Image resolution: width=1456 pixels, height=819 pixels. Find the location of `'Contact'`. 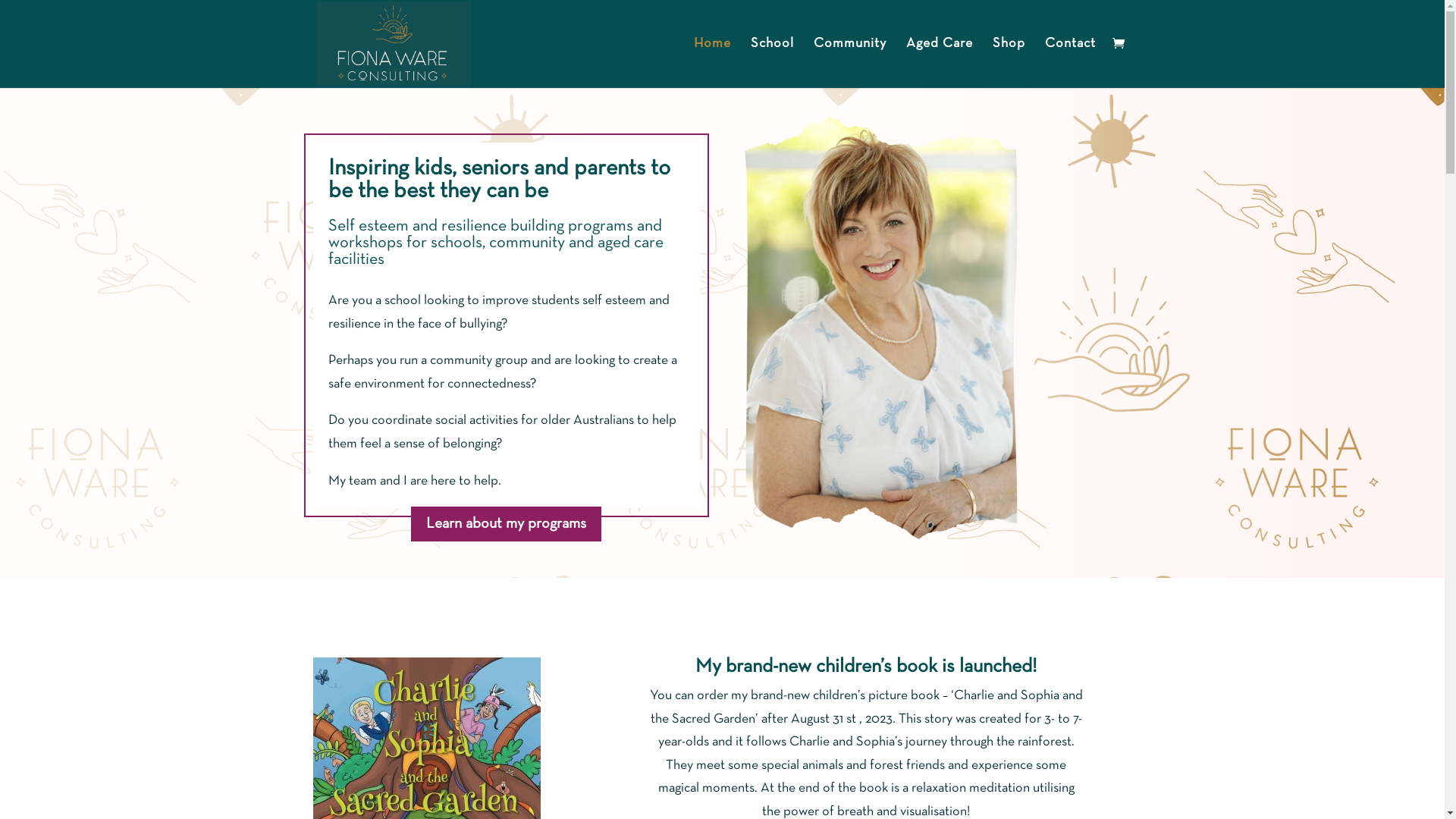

'Contact' is located at coordinates (1069, 62).